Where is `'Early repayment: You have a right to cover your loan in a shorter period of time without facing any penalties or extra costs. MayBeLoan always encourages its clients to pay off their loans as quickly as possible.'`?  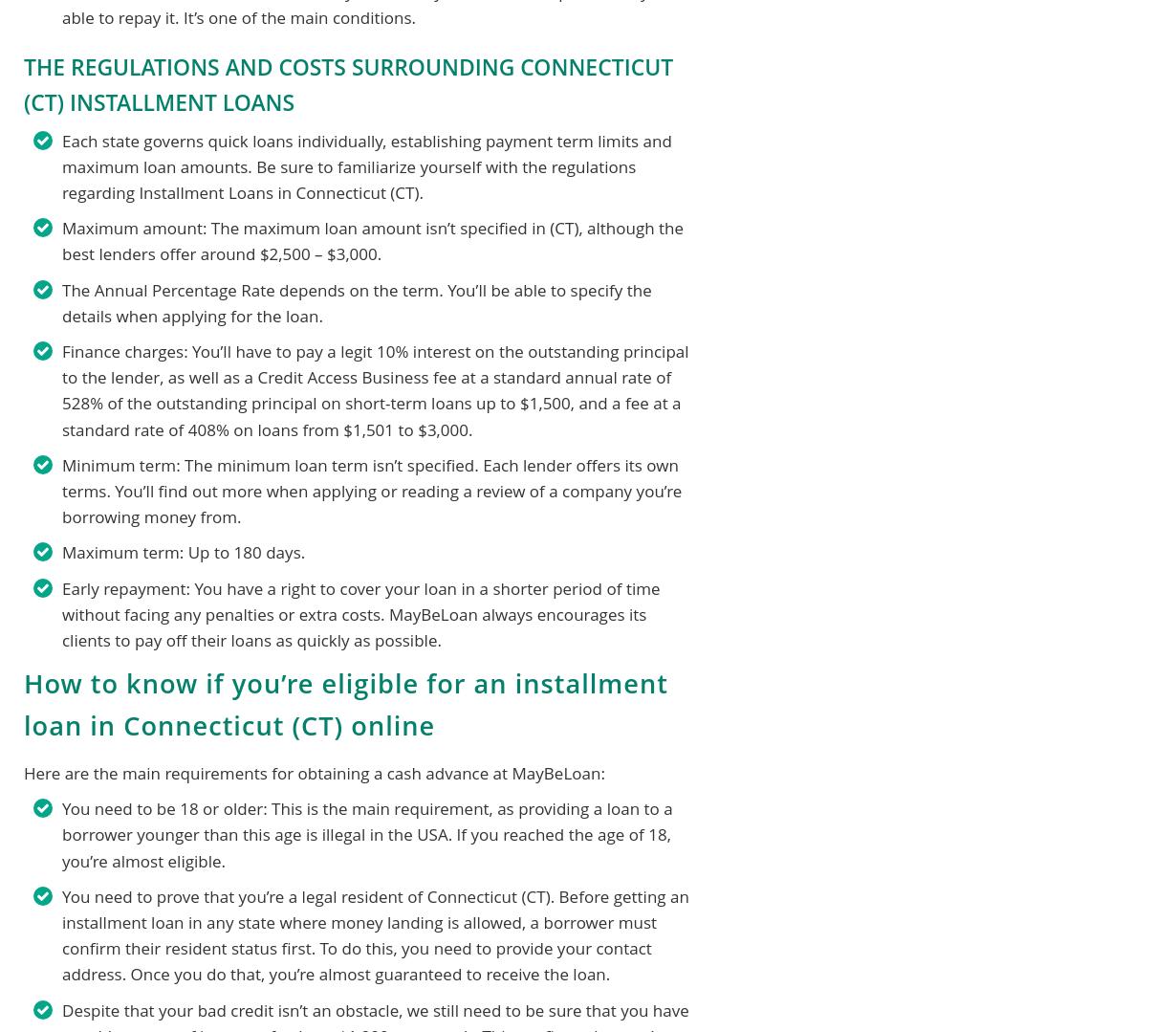
'Early repayment: You have a right to cover your loan in a shorter period of time without facing any penalties or extra costs. MayBeLoan always encourages its clients to pay off their loans as quickly as possible.' is located at coordinates (359, 612).